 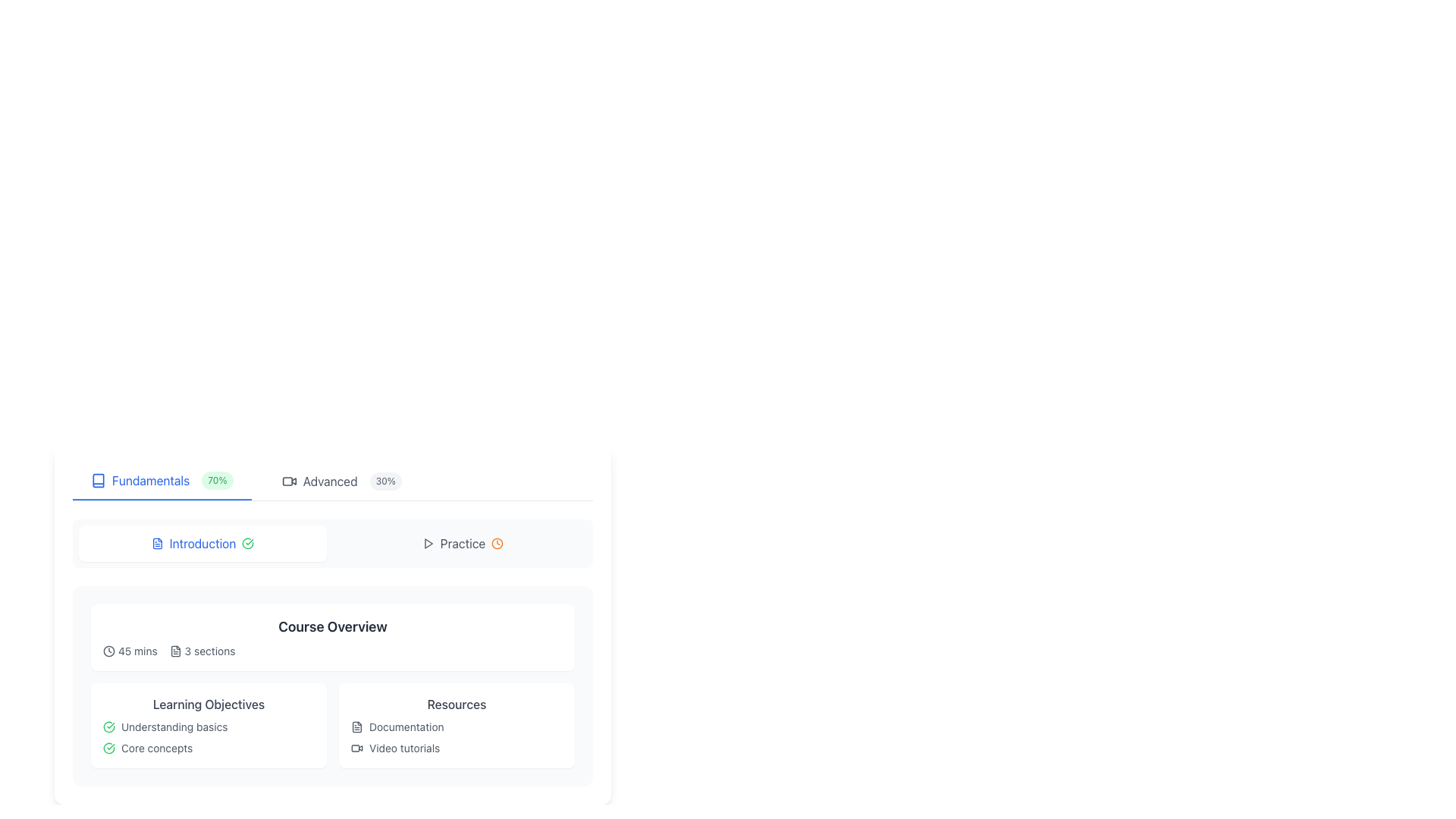 What do you see at coordinates (456, 748) in the screenshot?
I see `the 'Video tutorials' text label located` at bounding box center [456, 748].